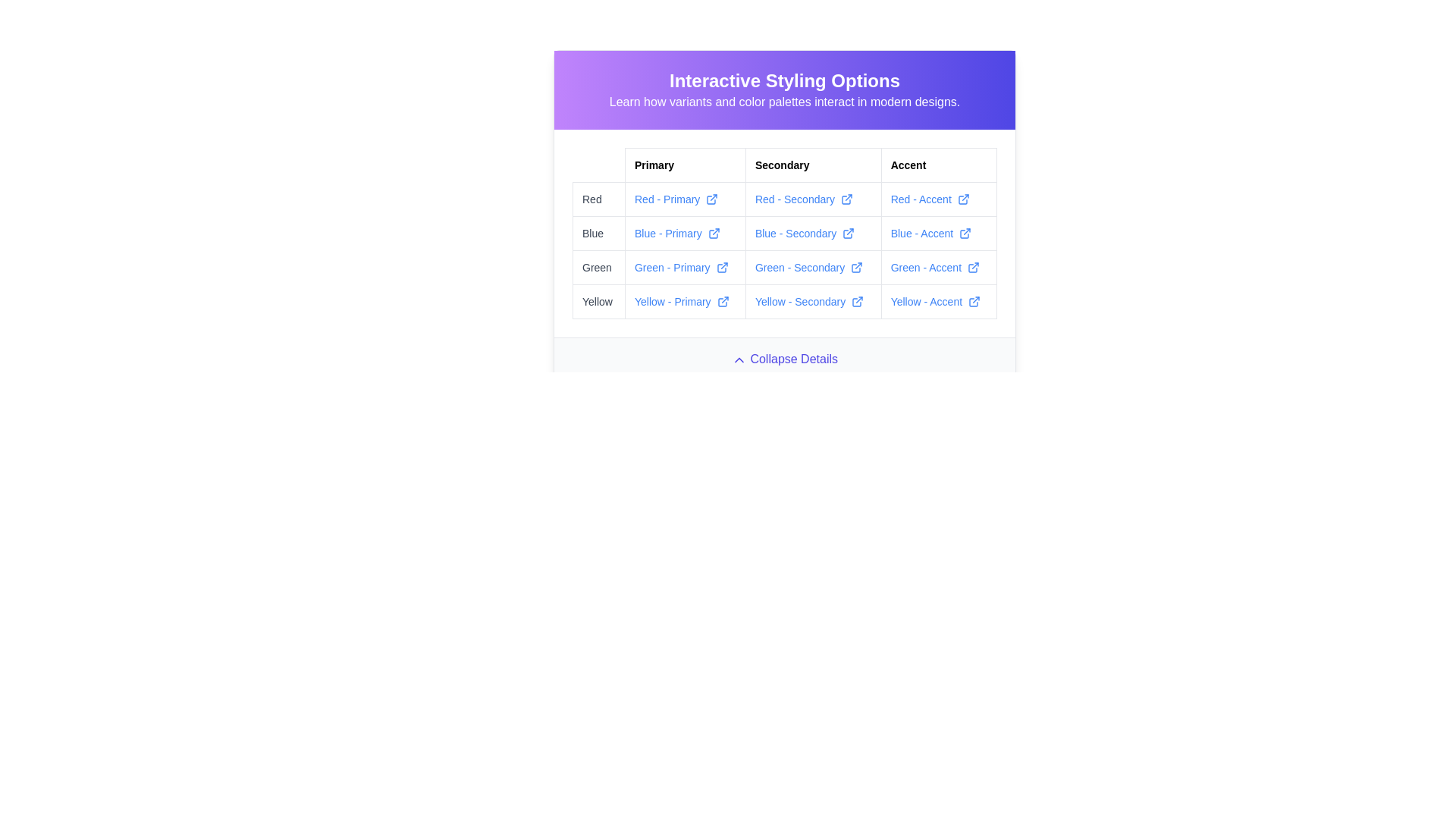 The height and width of the screenshot is (819, 1456). What do you see at coordinates (808, 301) in the screenshot?
I see `the hyperlink` at bounding box center [808, 301].